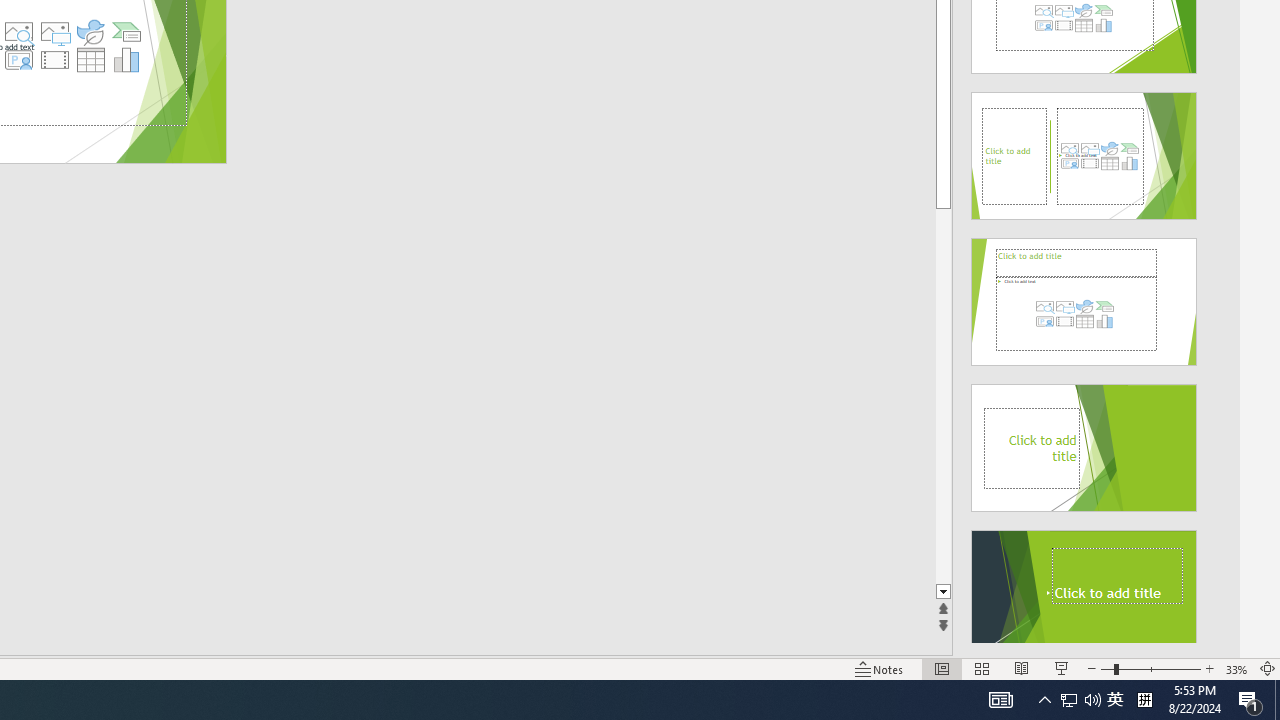  Describe the element at coordinates (54, 59) in the screenshot. I see `'Insert Video'` at that location.